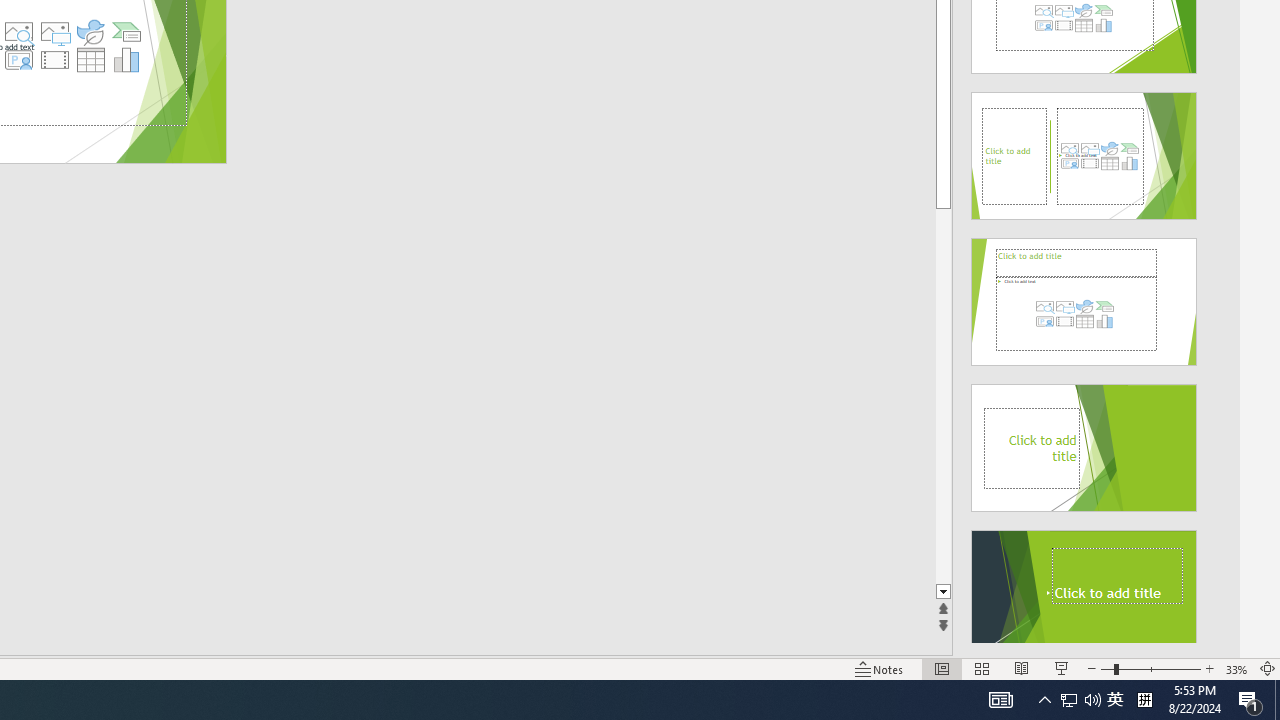  Describe the element at coordinates (54, 59) in the screenshot. I see `'Insert Video'` at that location.